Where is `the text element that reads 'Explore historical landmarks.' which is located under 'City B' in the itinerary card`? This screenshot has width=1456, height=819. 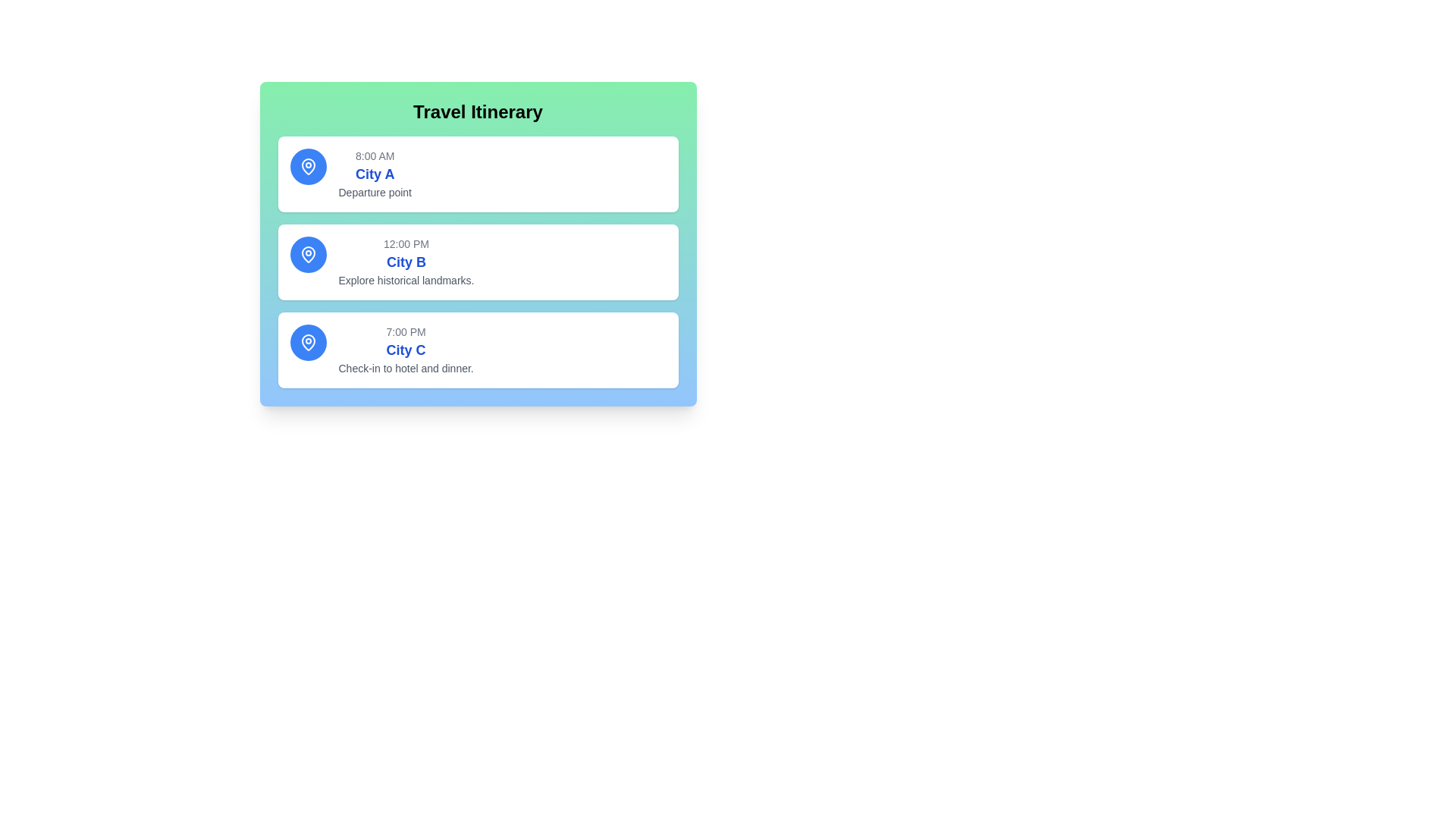 the text element that reads 'Explore historical landmarks.' which is located under 'City B' in the itinerary card is located at coordinates (406, 281).